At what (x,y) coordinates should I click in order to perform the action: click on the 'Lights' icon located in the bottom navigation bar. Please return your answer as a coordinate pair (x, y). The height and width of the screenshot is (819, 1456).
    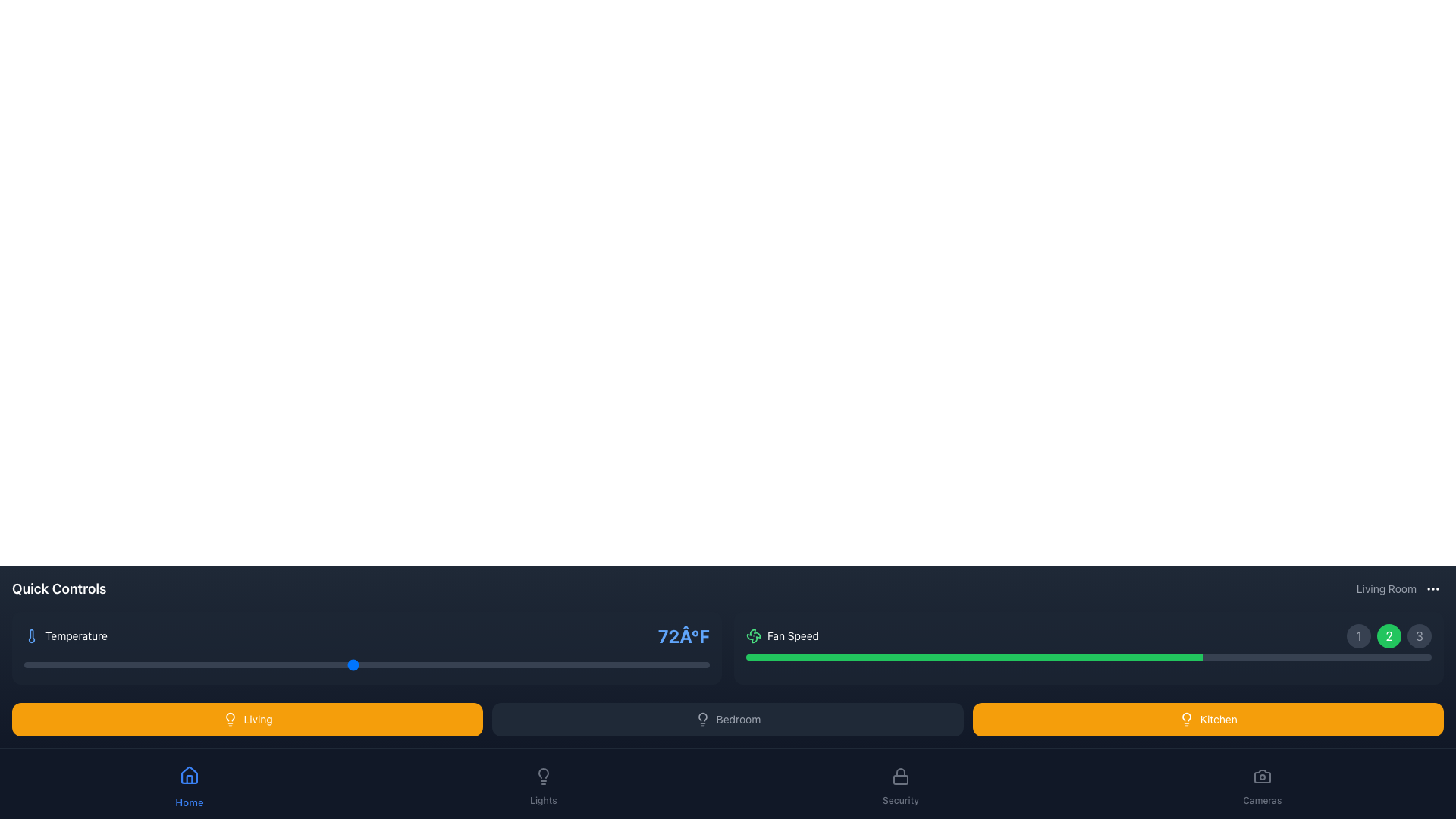
    Looking at the image, I should click on (543, 776).